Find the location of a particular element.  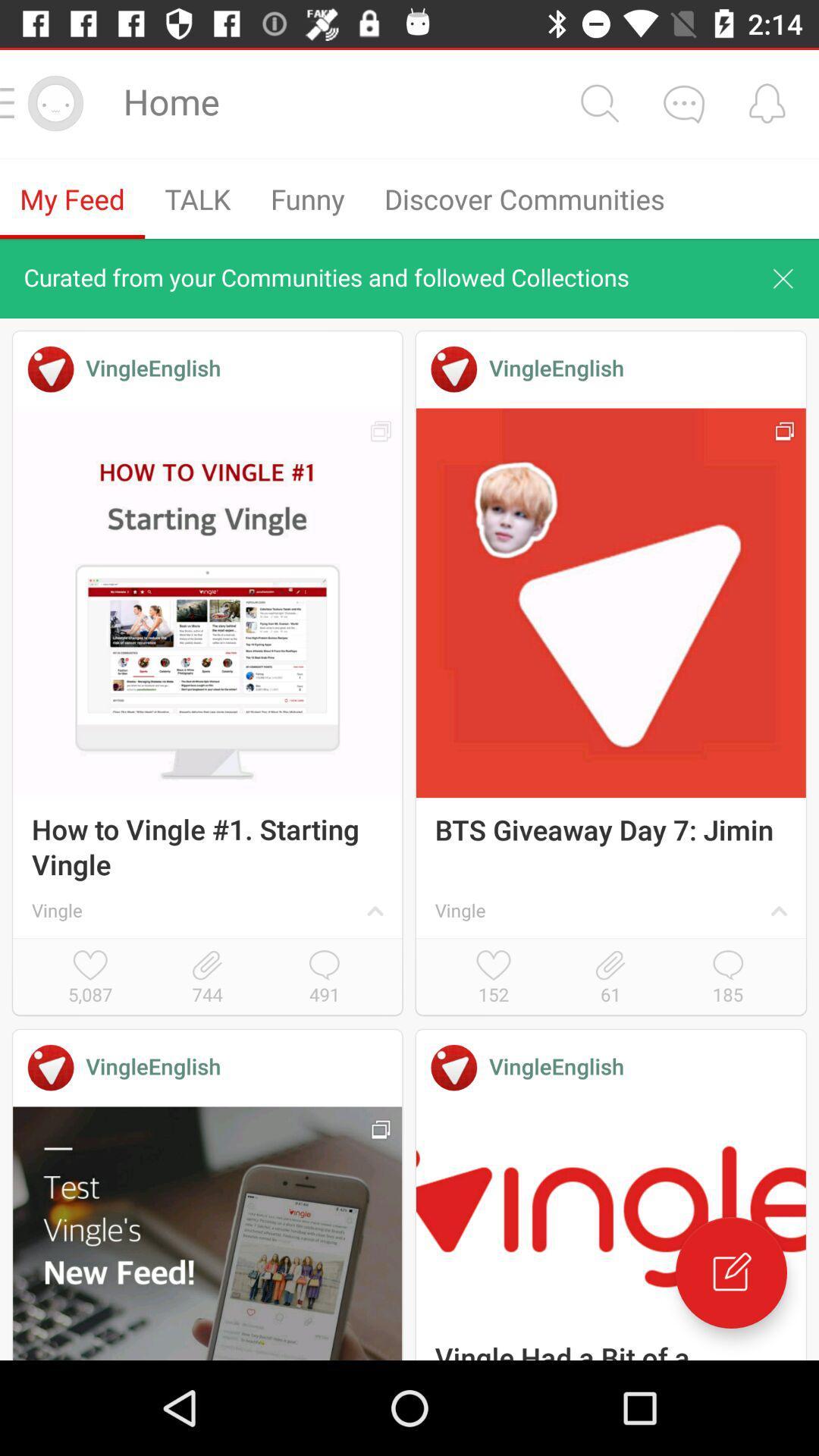

show the notifications is located at coordinates (767, 102).